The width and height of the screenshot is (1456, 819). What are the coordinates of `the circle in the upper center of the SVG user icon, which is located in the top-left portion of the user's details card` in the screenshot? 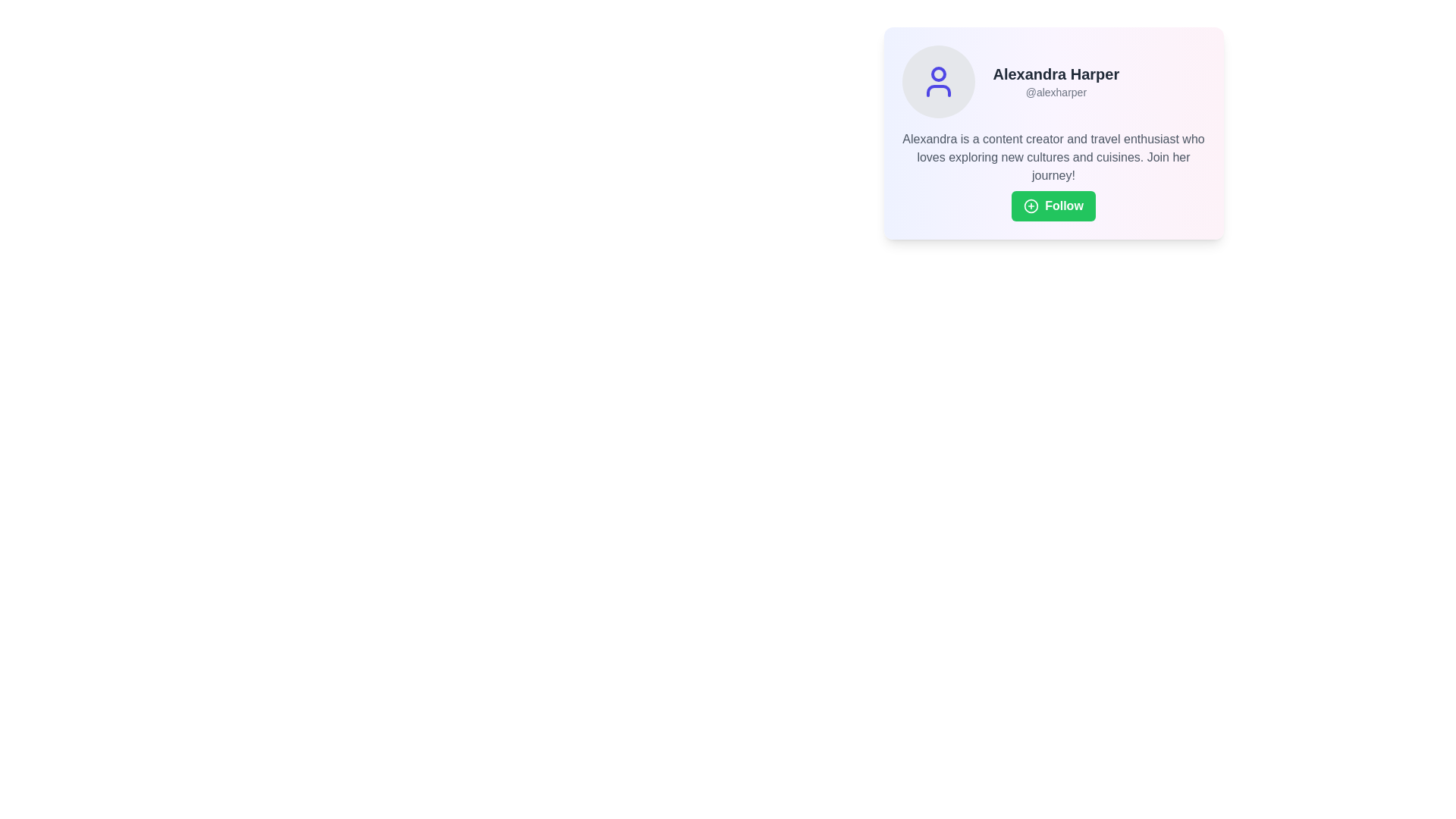 It's located at (937, 74).